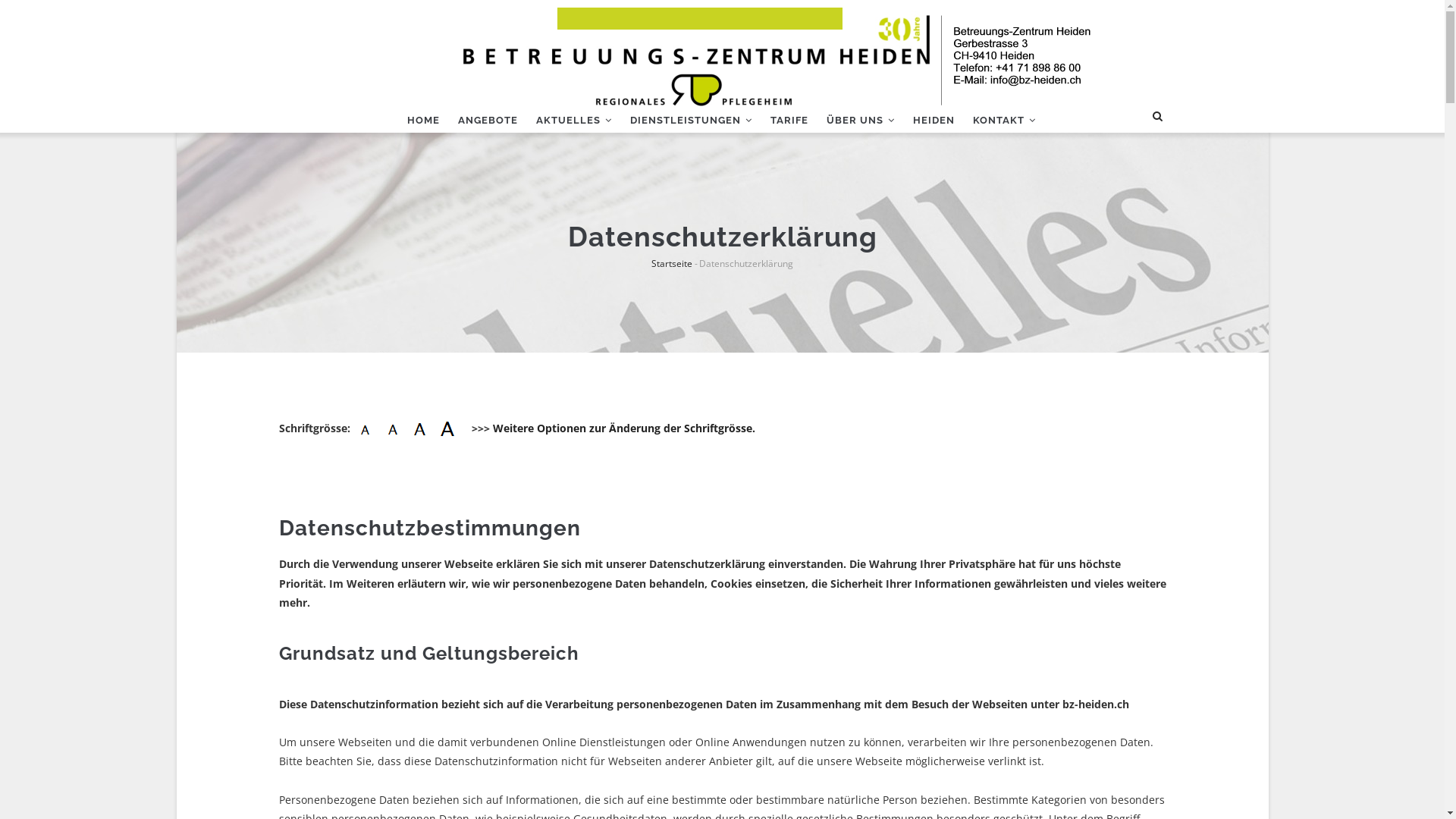 This screenshot has height=819, width=1456. Describe the element at coordinates (789, 119) in the screenshot. I see `'TARIFE'` at that location.